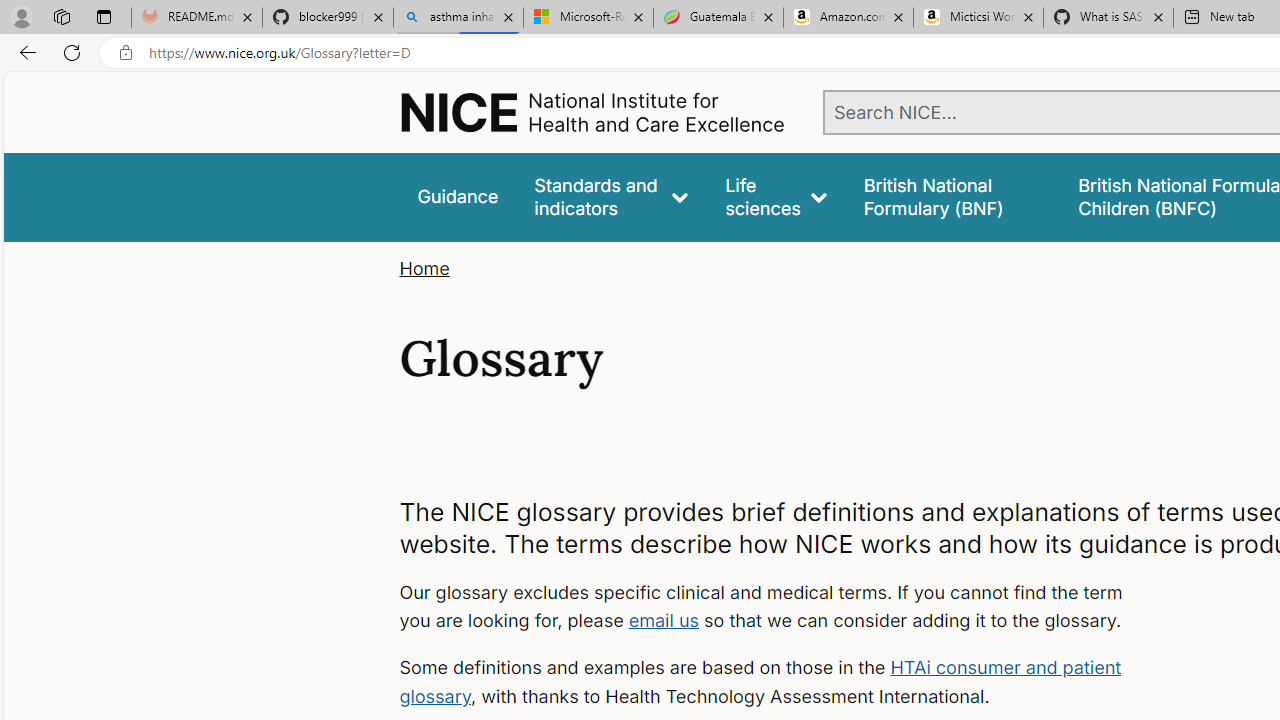 This screenshot has width=1280, height=720. Describe the element at coordinates (664, 620) in the screenshot. I see `'email us'` at that location.